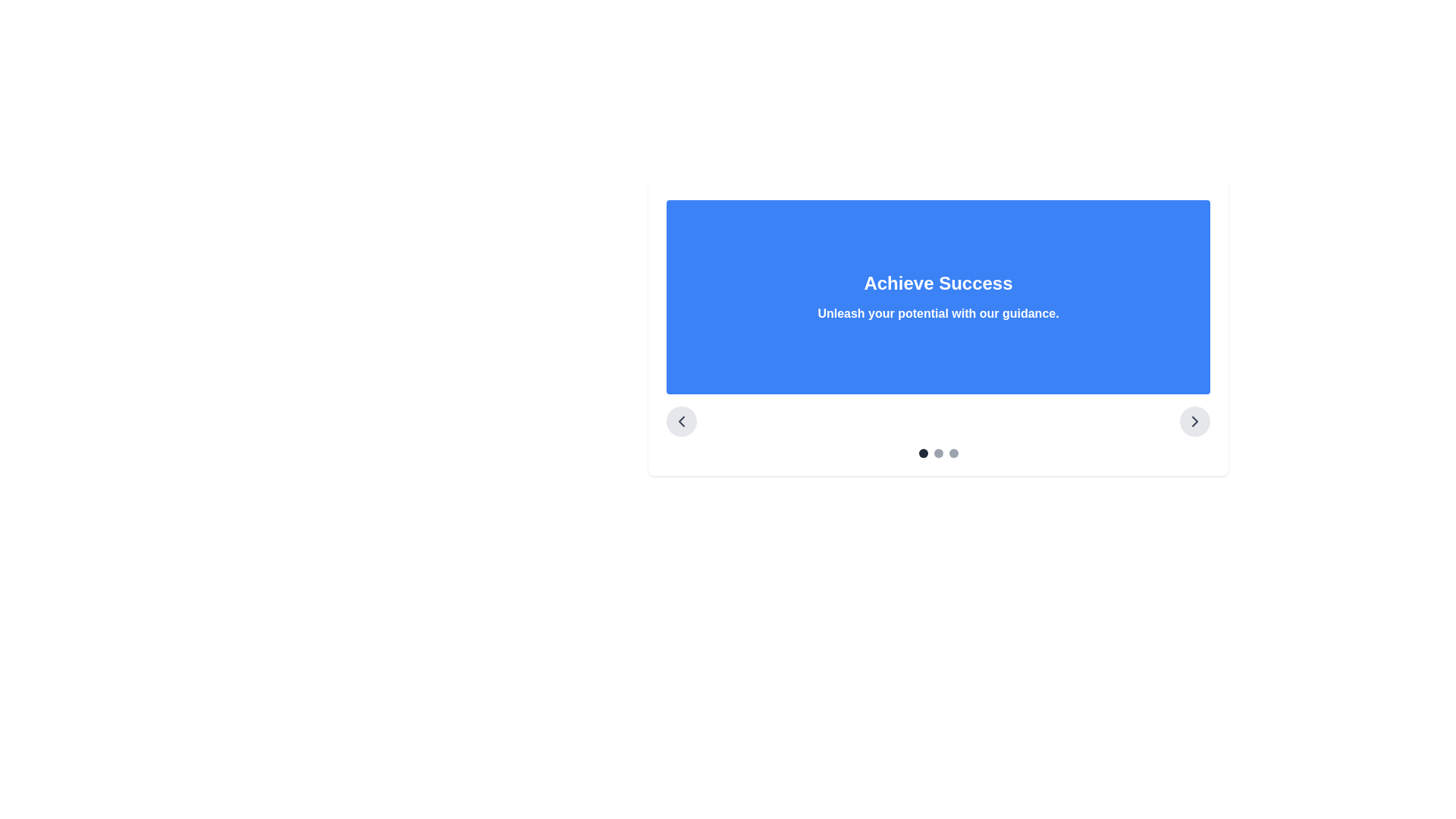 The height and width of the screenshot is (819, 1456). What do you see at coordinates (937, 297) in the screenshot?
I see `text content of the text block titled 'Achieve Success' with the subtitle 'Unleash your potential with our guidance.' located in the center of the blue rectangular background` at bounding box center [937, 297].